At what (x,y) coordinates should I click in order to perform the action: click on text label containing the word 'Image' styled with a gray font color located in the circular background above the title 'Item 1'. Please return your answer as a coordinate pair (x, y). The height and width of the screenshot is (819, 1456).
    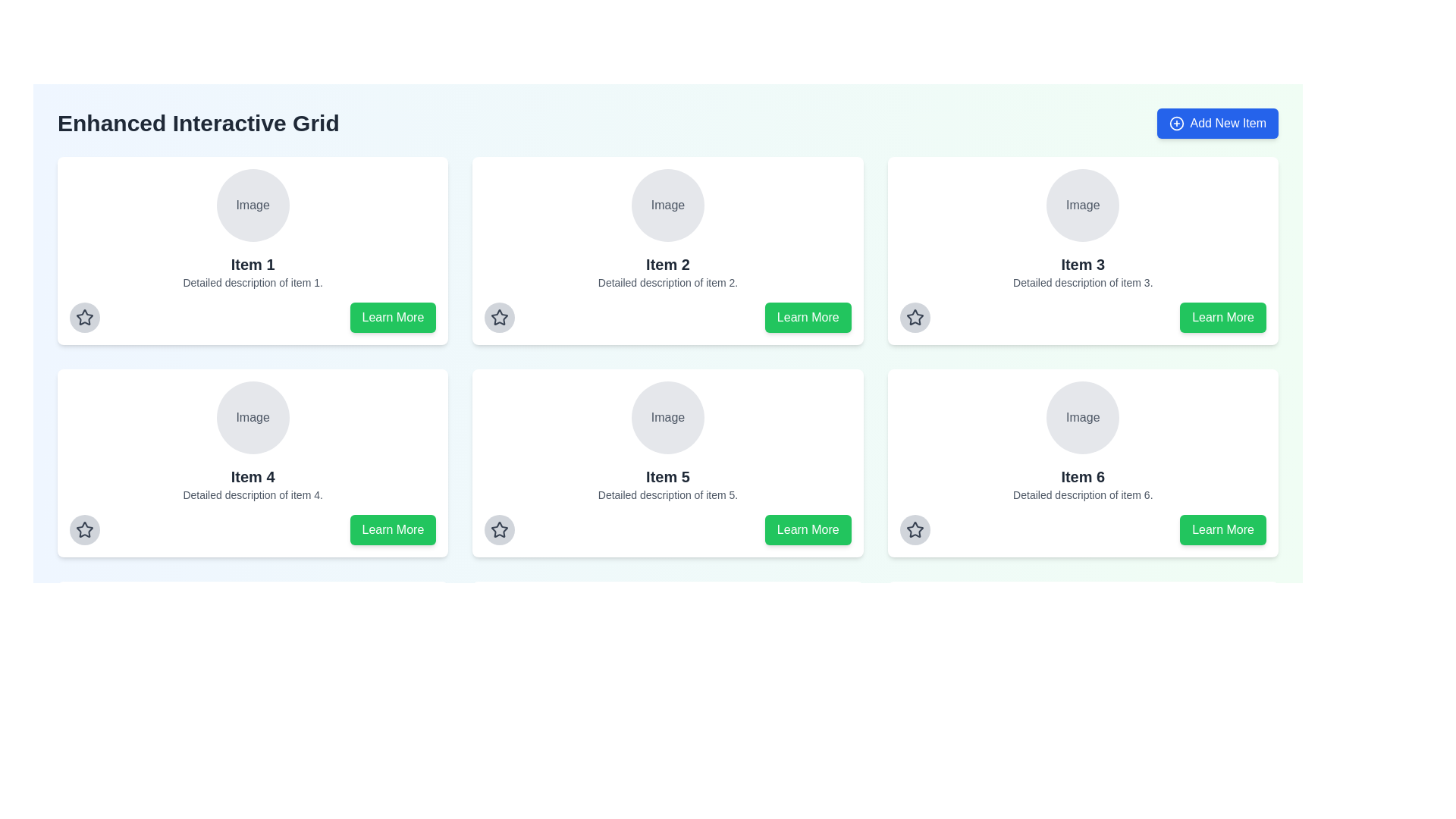
    Looking at the image, I should click on (253, 205).